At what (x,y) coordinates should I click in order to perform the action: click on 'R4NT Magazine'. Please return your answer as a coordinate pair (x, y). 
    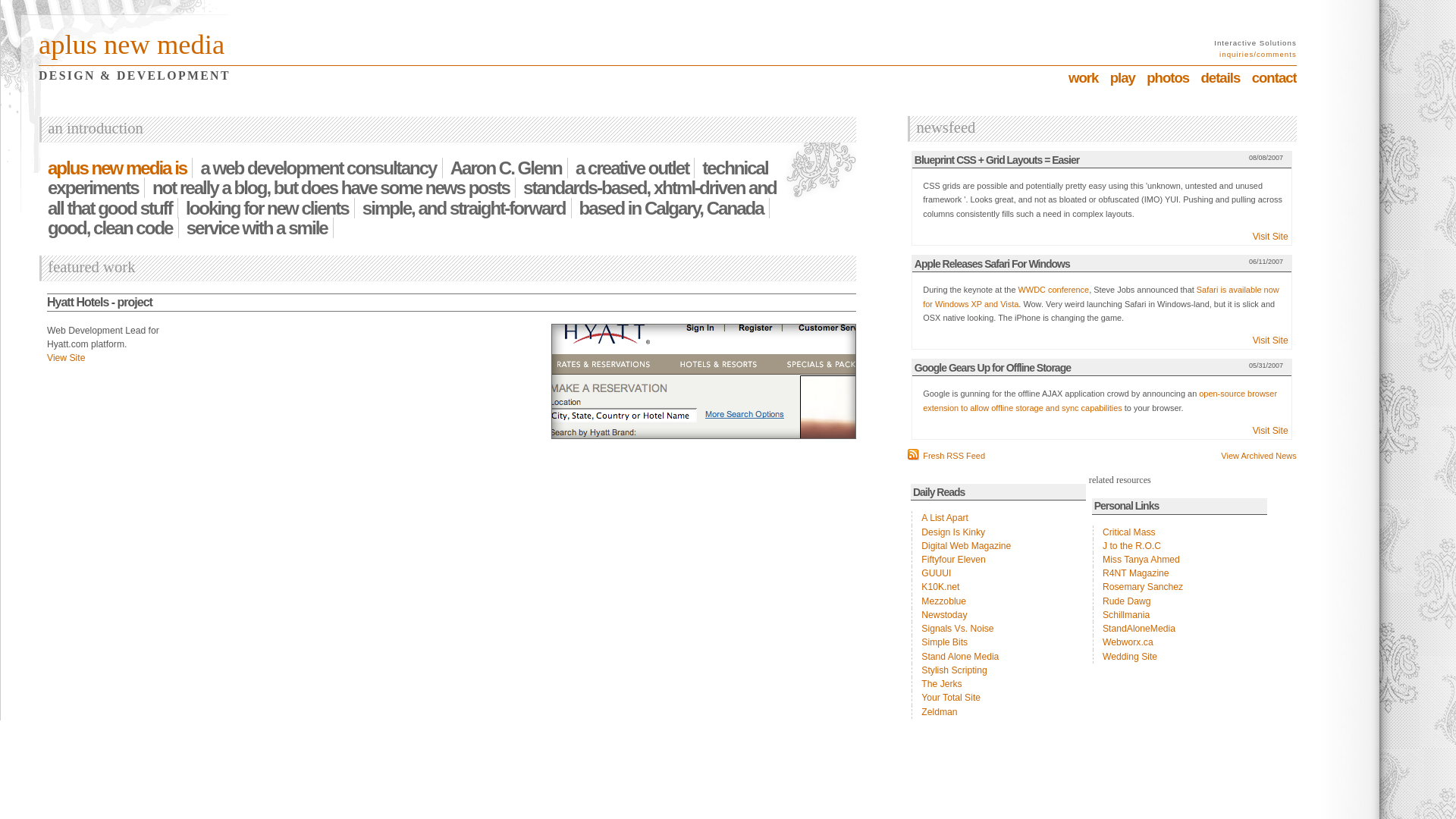
    Looking at the image, I should click on (1178, 573).